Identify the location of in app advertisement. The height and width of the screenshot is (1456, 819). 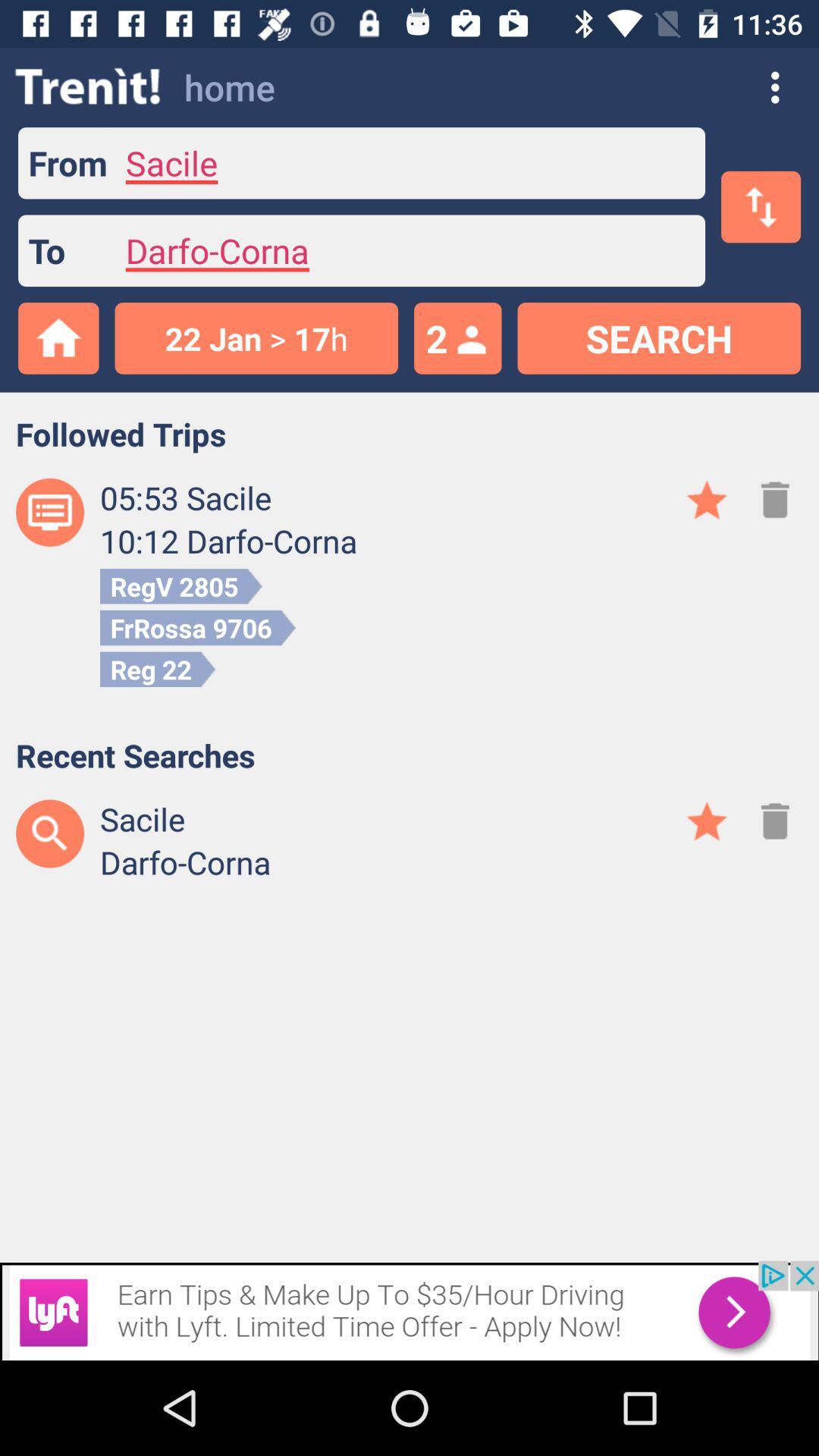
(409, 1310).